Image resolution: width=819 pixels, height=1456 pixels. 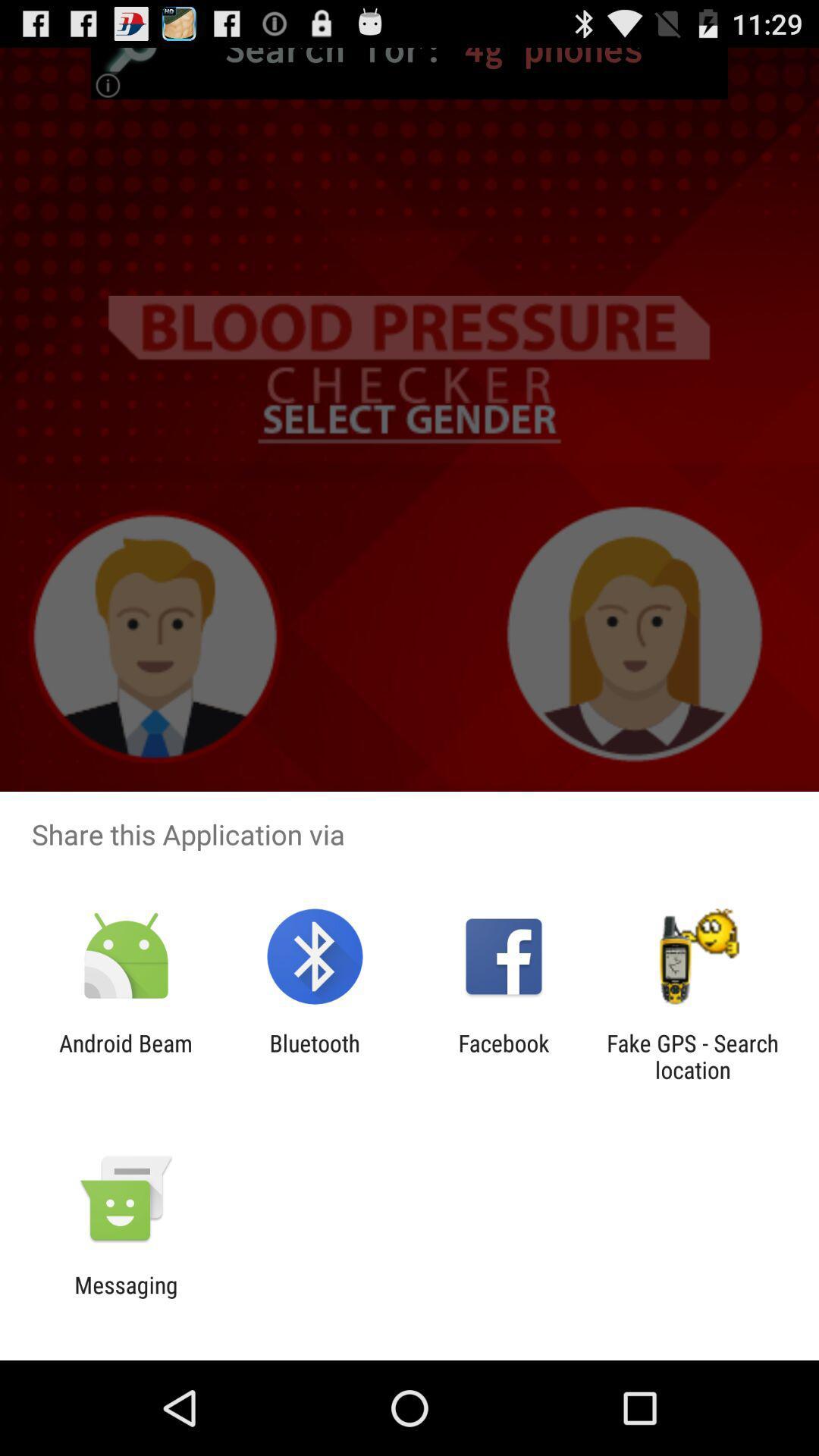 What do you see at coordinates (314, 1056) in the screenshot?
I see `the item to the right of the android beam` at bounding box center [314, 1056].